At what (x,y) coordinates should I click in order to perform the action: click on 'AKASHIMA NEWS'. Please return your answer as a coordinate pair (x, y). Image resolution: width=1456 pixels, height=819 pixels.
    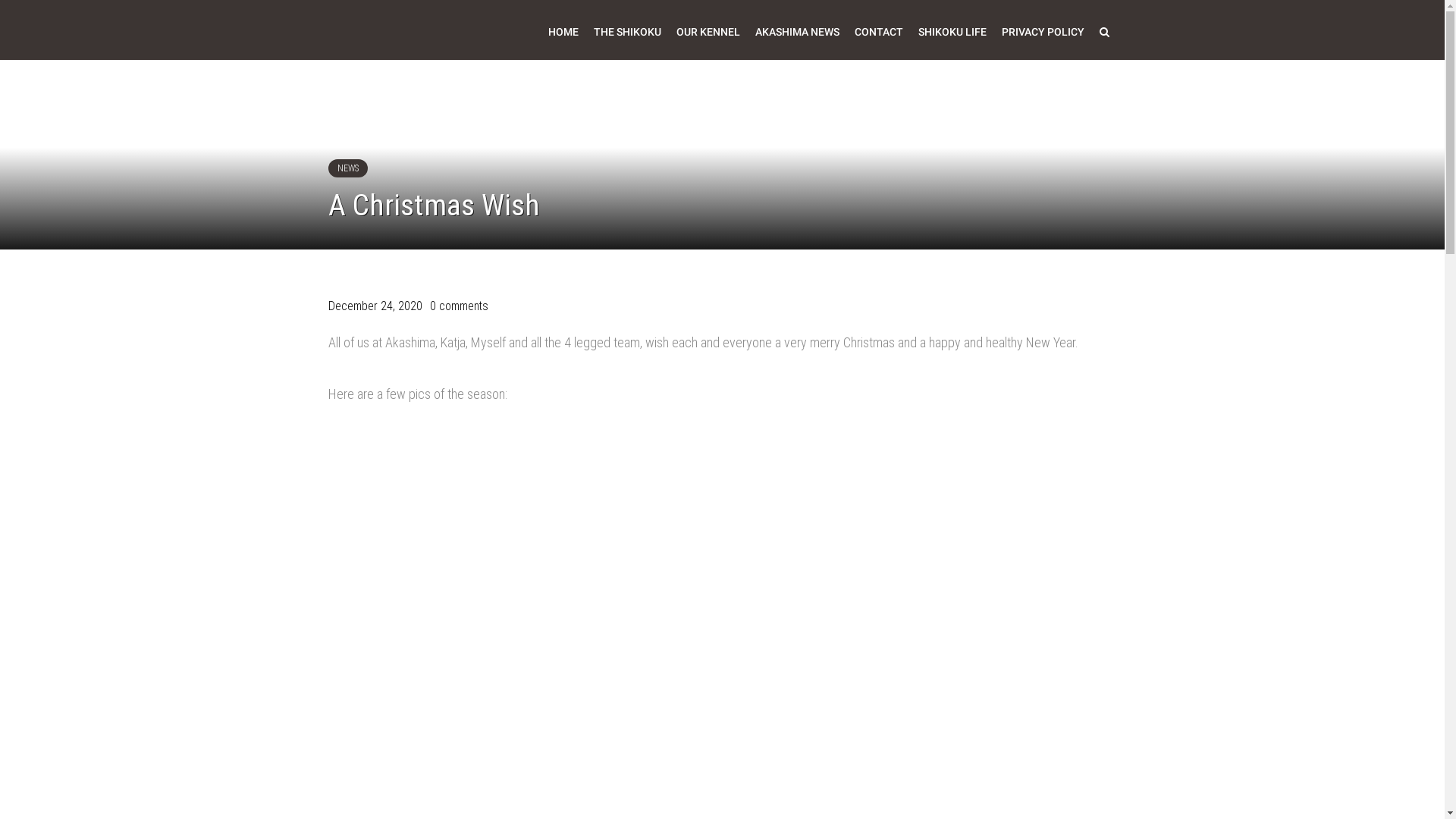
    Looking at the image, I should click on (796, 32).